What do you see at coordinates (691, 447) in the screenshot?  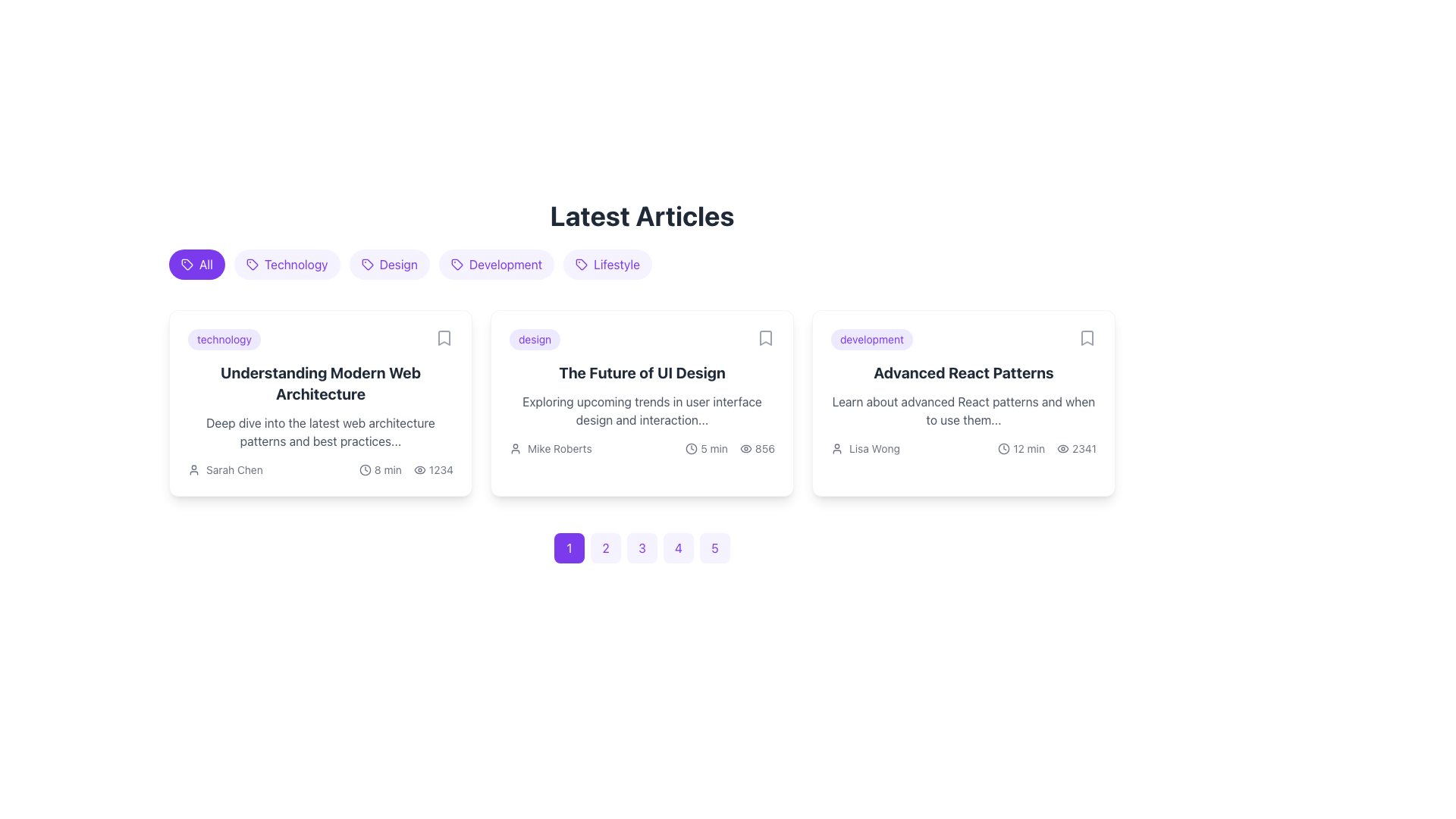 I see `the duration reading icon located to the left of the text '5 min' within the card titled 'The Future of UI Design' to potentially trigger an event` at bounding box center [691, 447].